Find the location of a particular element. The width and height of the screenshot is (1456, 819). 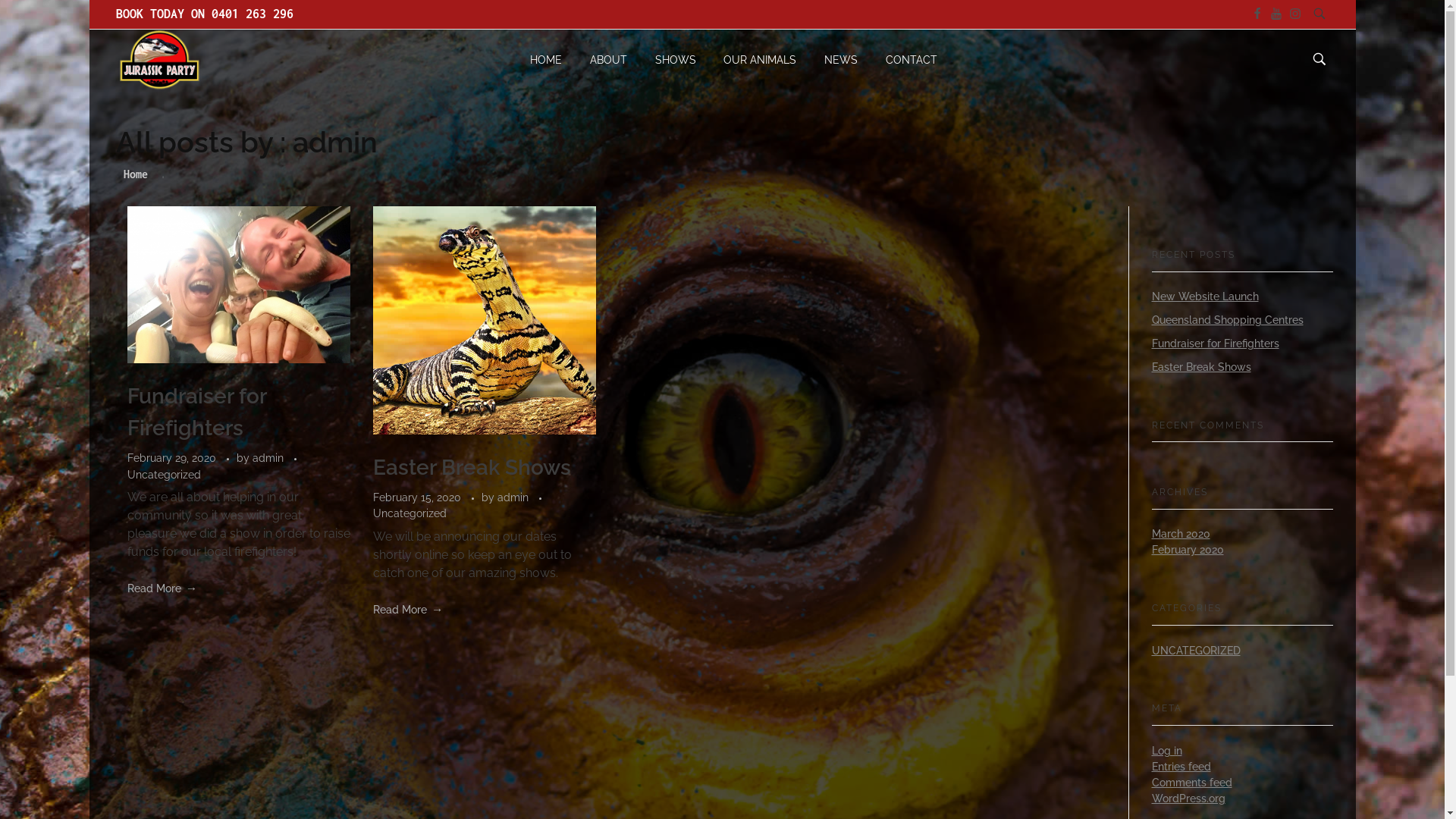

'SHOWS' is located at coordinates (674, 58).